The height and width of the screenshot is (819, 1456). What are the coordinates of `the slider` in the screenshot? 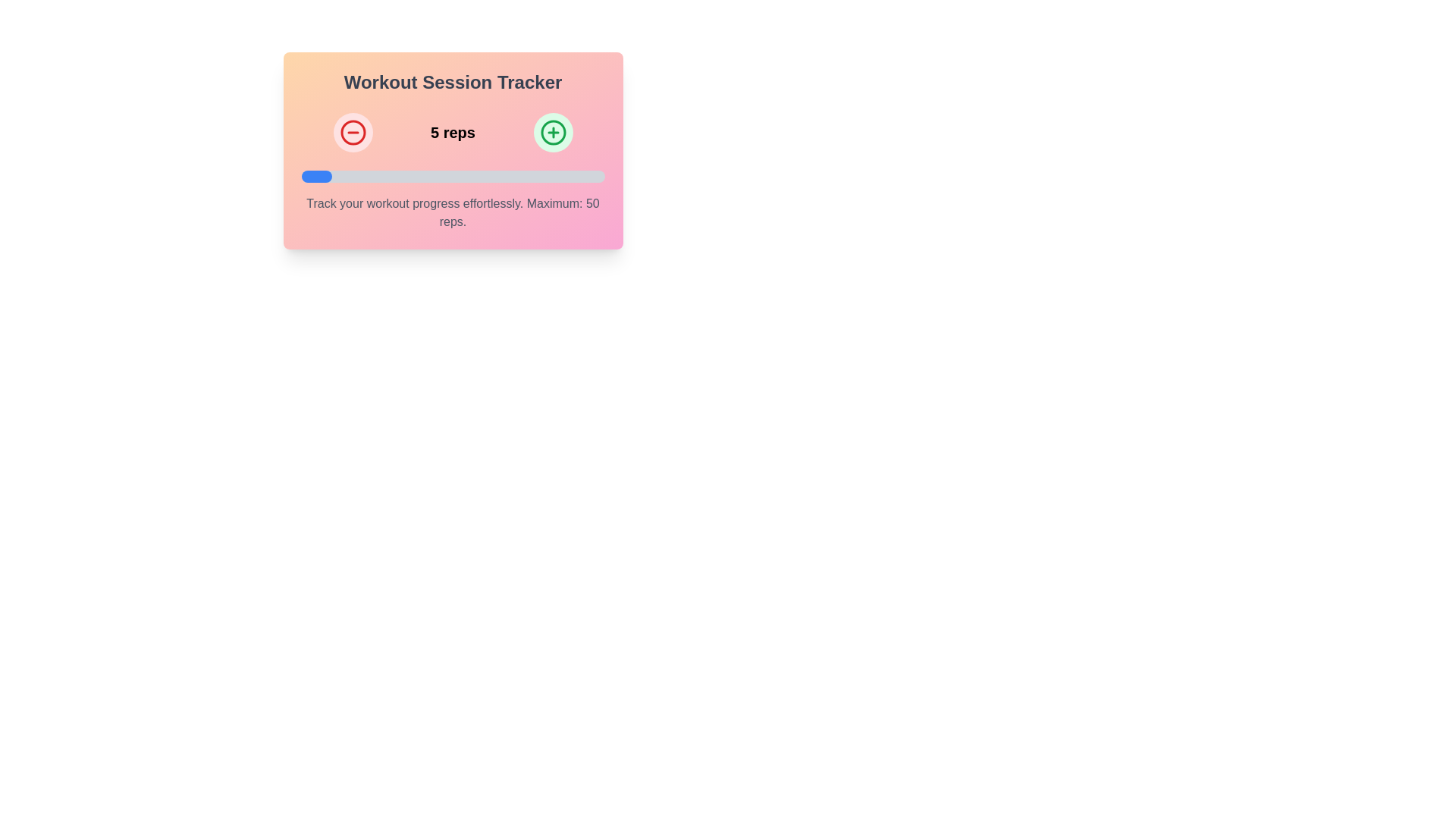 It's located at (327, 175).